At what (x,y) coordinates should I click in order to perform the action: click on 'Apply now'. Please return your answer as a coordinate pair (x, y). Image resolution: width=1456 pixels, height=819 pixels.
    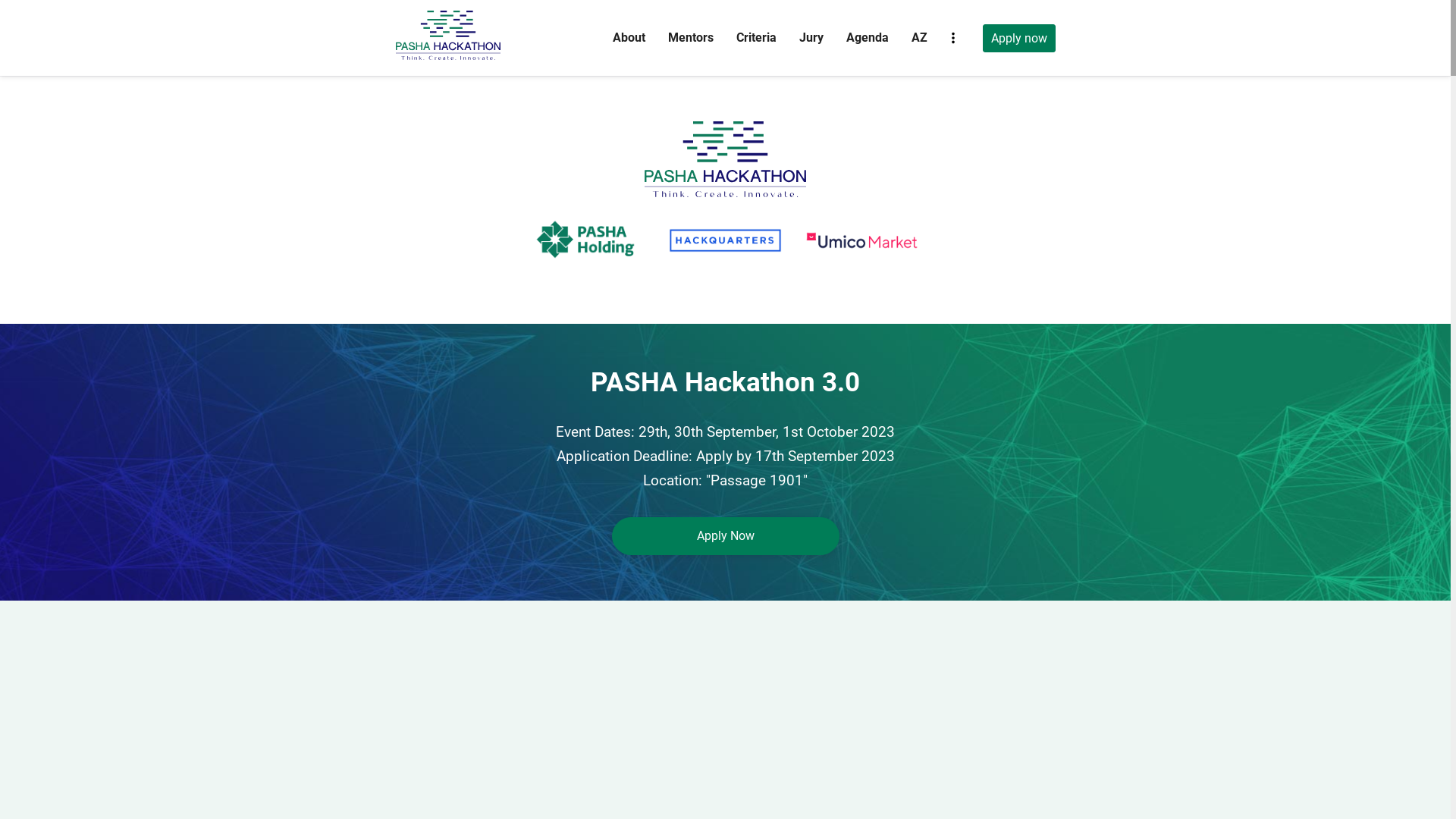
    Looking at the image, I should click on (1019, 37).